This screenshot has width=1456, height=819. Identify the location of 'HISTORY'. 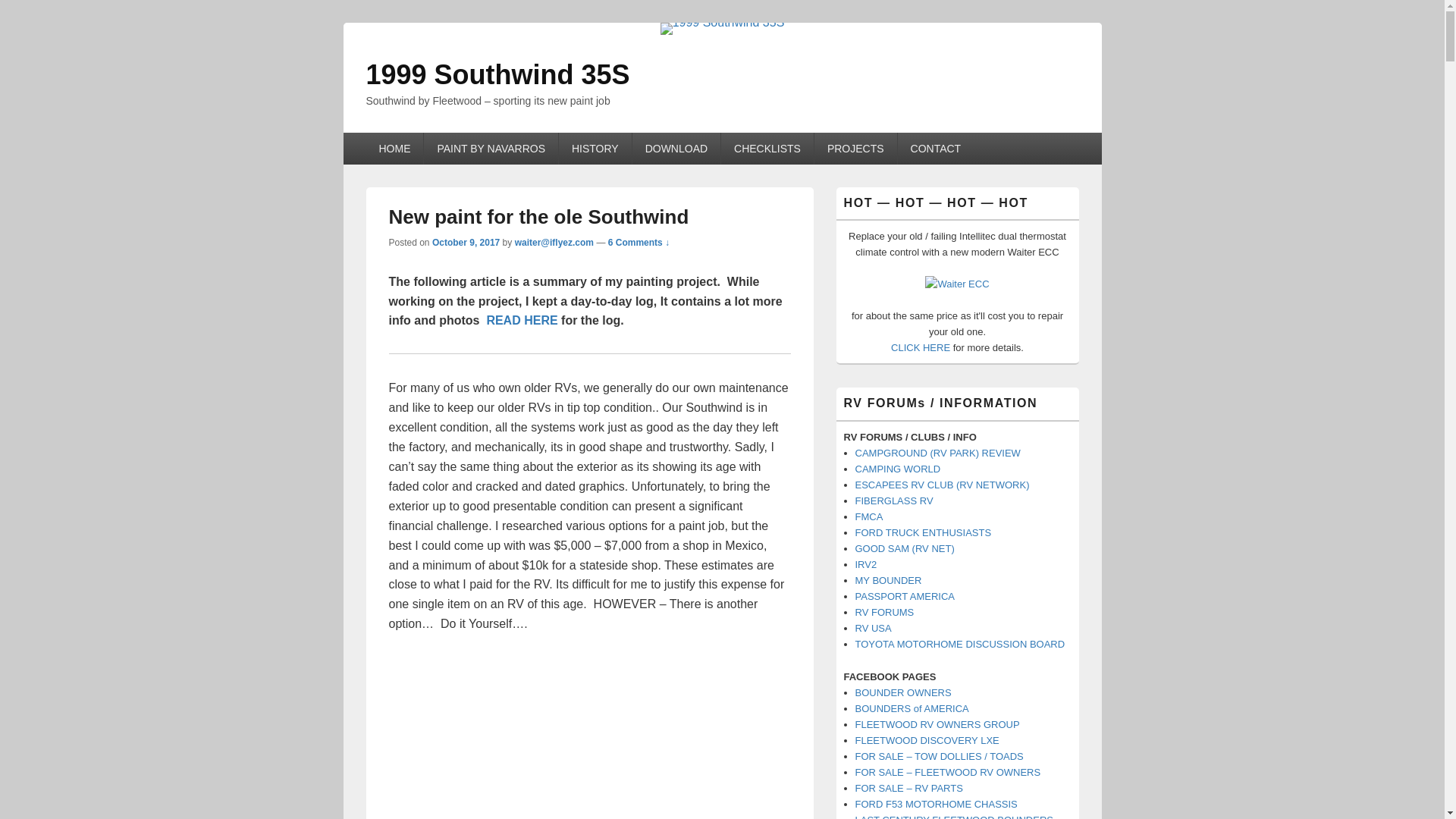
(595, 149).